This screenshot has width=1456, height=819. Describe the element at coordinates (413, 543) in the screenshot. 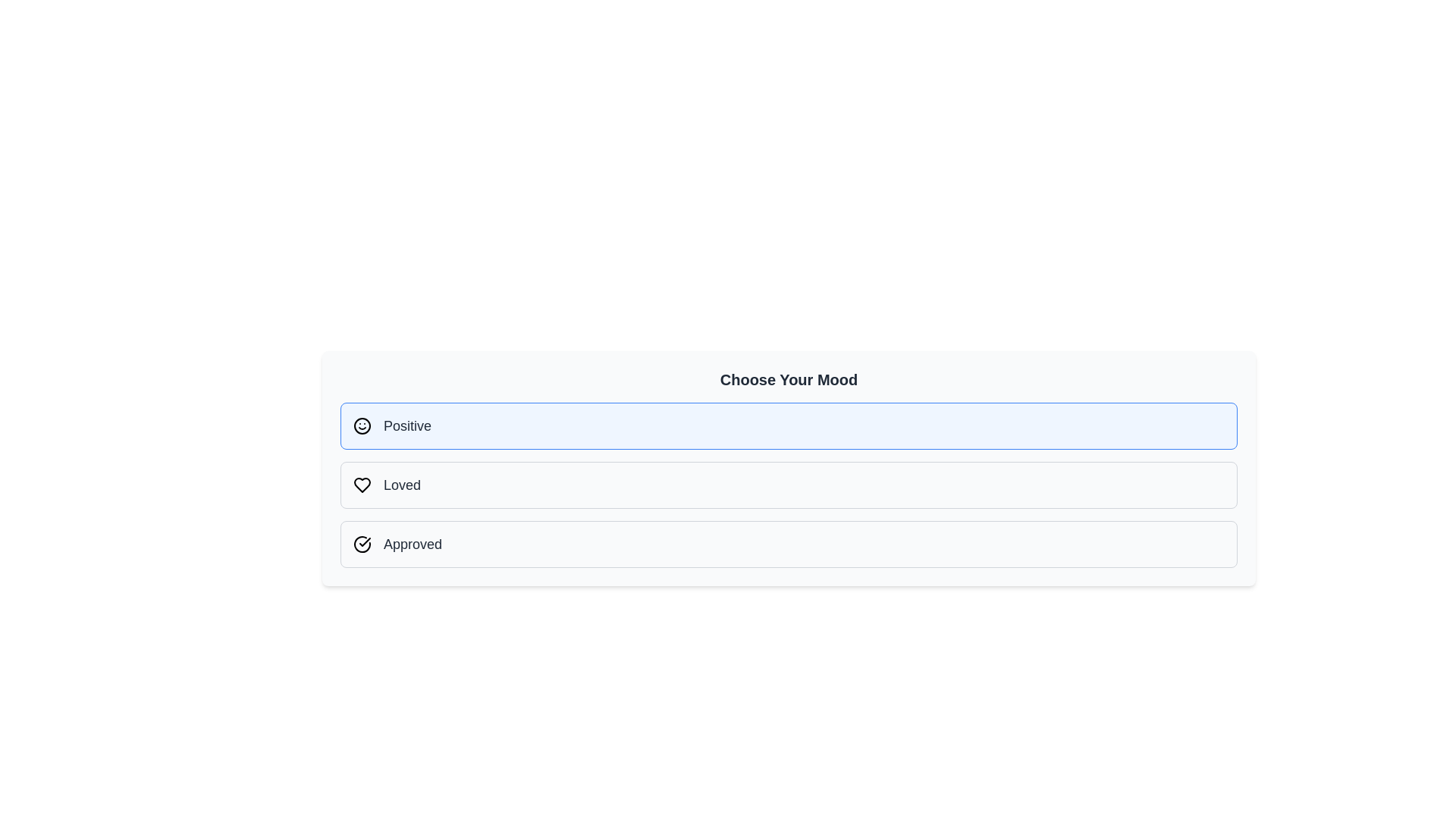

I see `the text label that displays 'Approved', located in the third row of the 'Choose Your Mood' options, next to a checkmark icon` at that location.